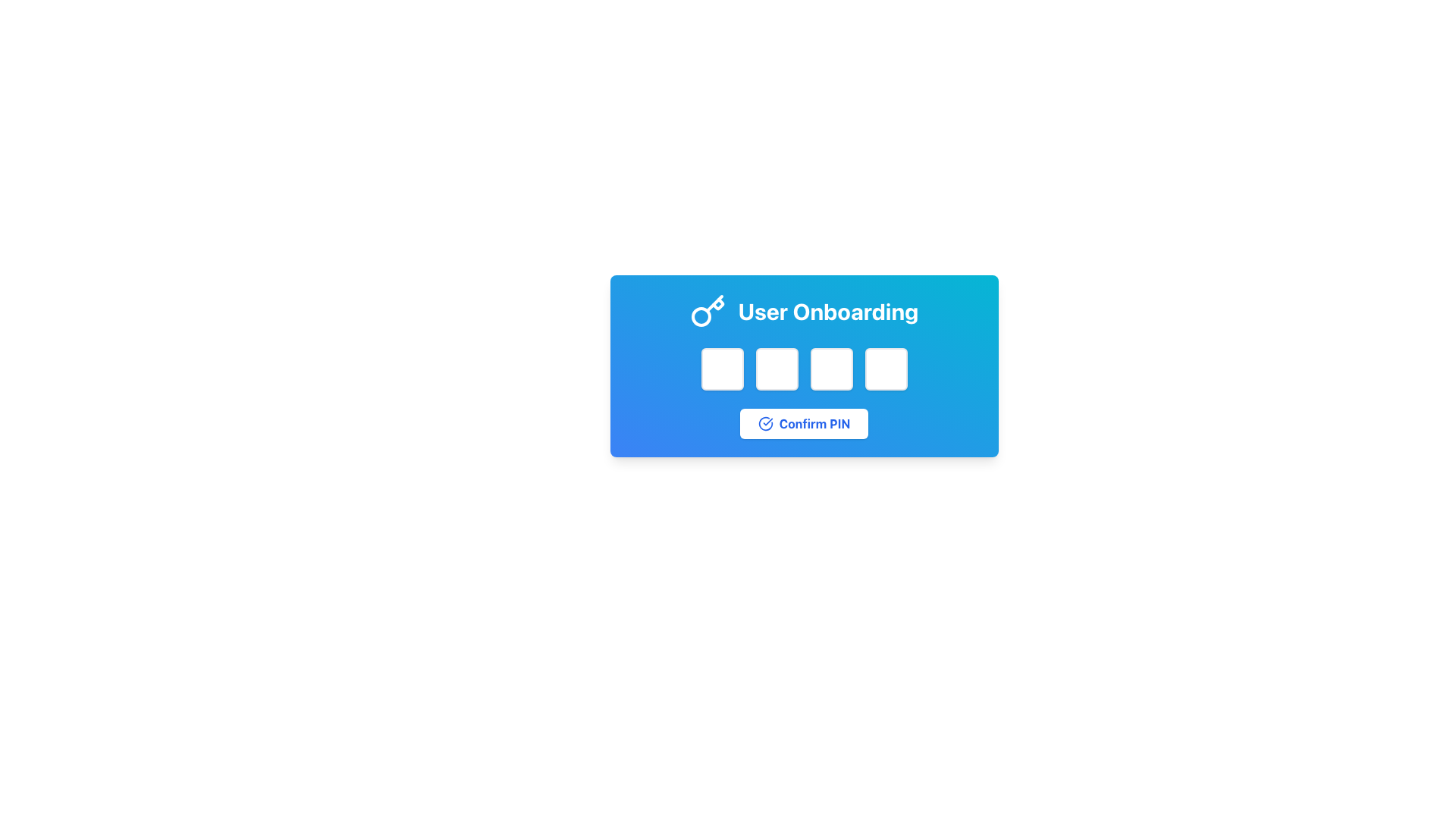 Image resolution: width=1456 pixels, height=819 pixels. I want to click on the 'Confirm PIN' button, which is a rectangular button with a blue text label and a check-marked circle icon, so click(803, 424).